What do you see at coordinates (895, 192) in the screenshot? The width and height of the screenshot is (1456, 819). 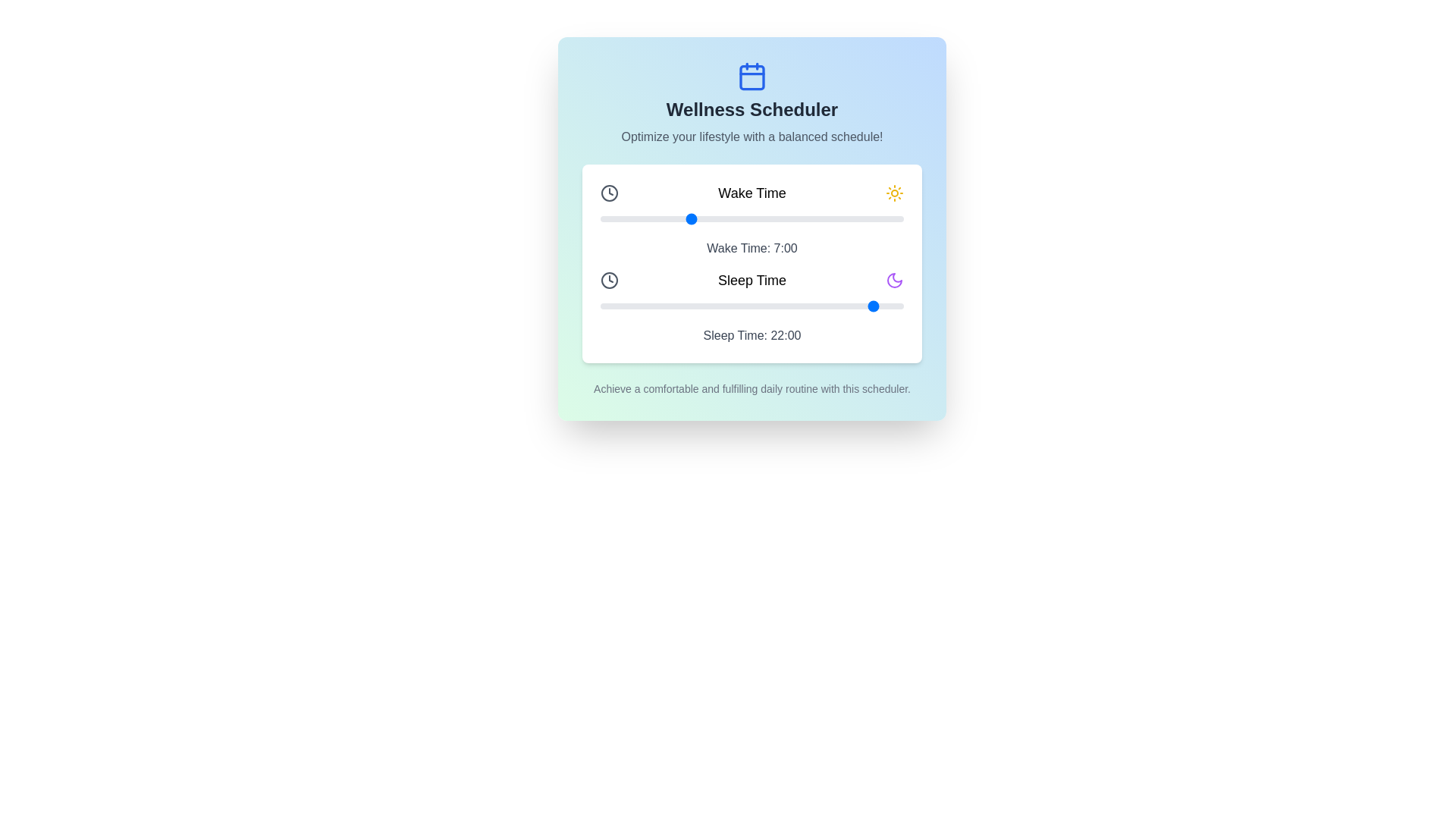 I see `the decorative icon representing daytime or morning located beside the 'Wake Time' label in the upper interactive card of the Wellness Scheduler` at bounding box center [895, 192].